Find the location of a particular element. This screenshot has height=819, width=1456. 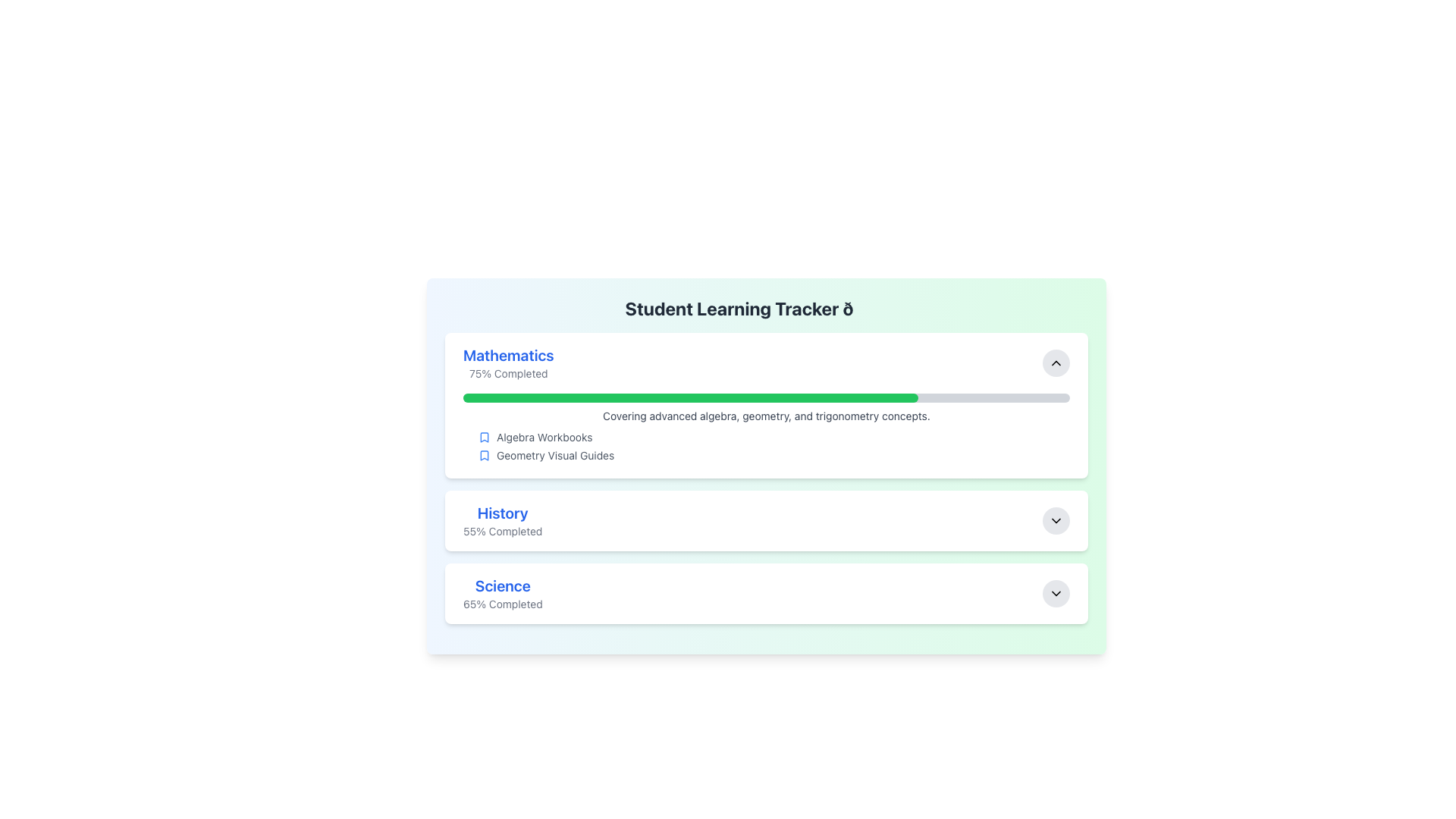

the text-based informational label displaying 'Mathematics' with the status '75% Completed' located in the top section of a segmented list is located at coordinates (508, 362).